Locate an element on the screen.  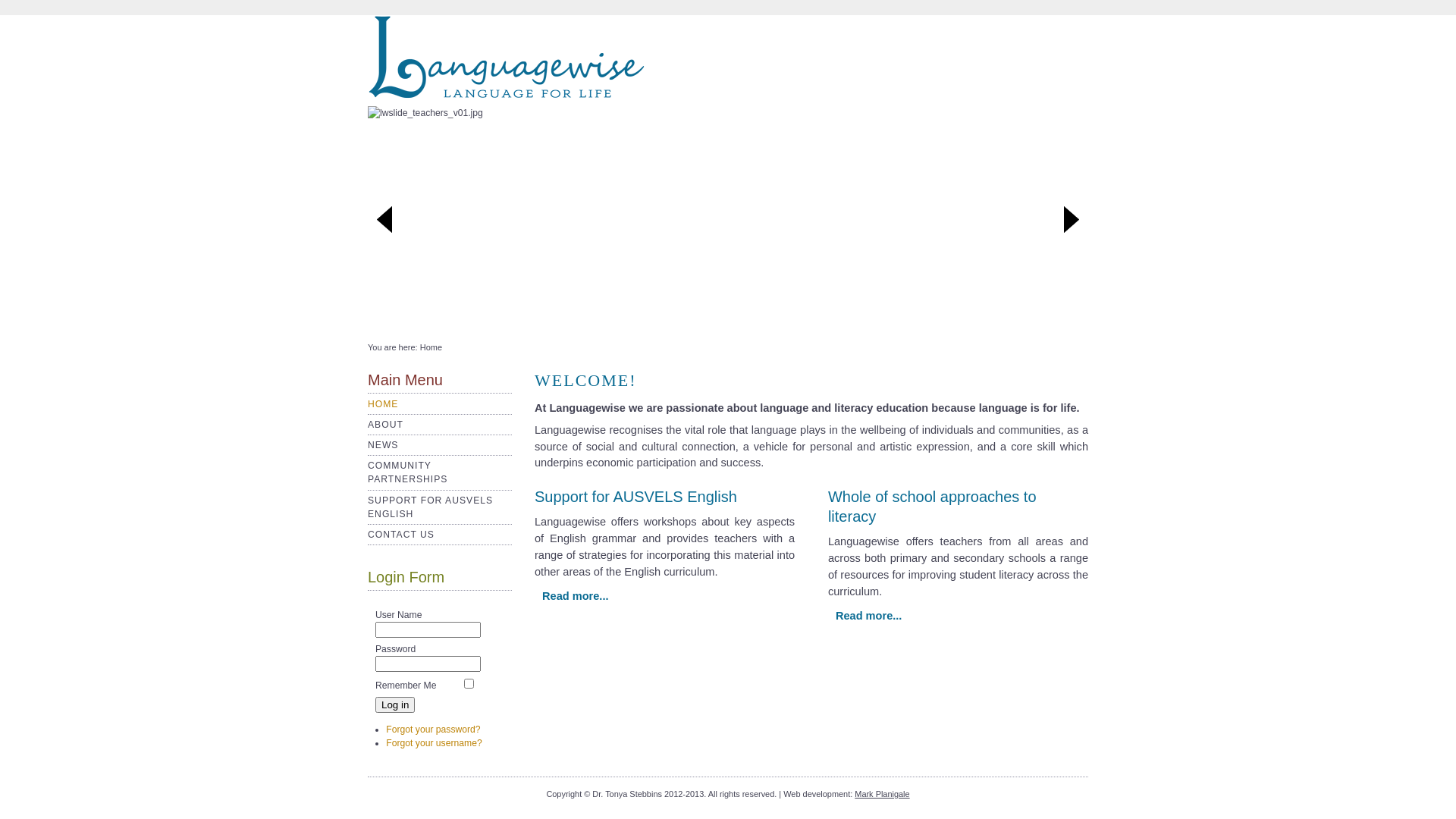
'Mark Planigale' is located at coordinates (855, 792).